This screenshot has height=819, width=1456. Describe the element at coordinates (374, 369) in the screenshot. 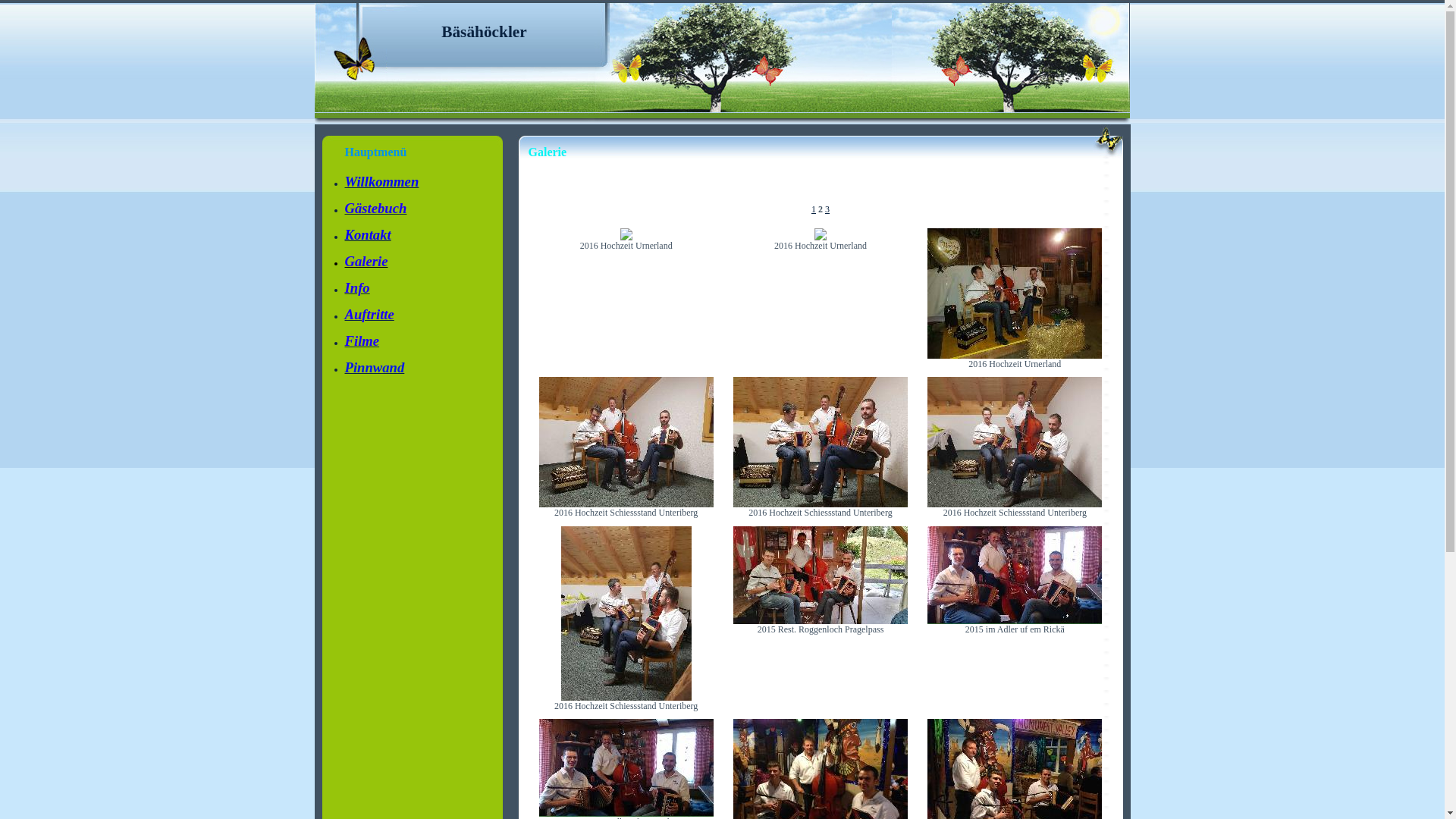

I see `'Pinnwand'` at that location.